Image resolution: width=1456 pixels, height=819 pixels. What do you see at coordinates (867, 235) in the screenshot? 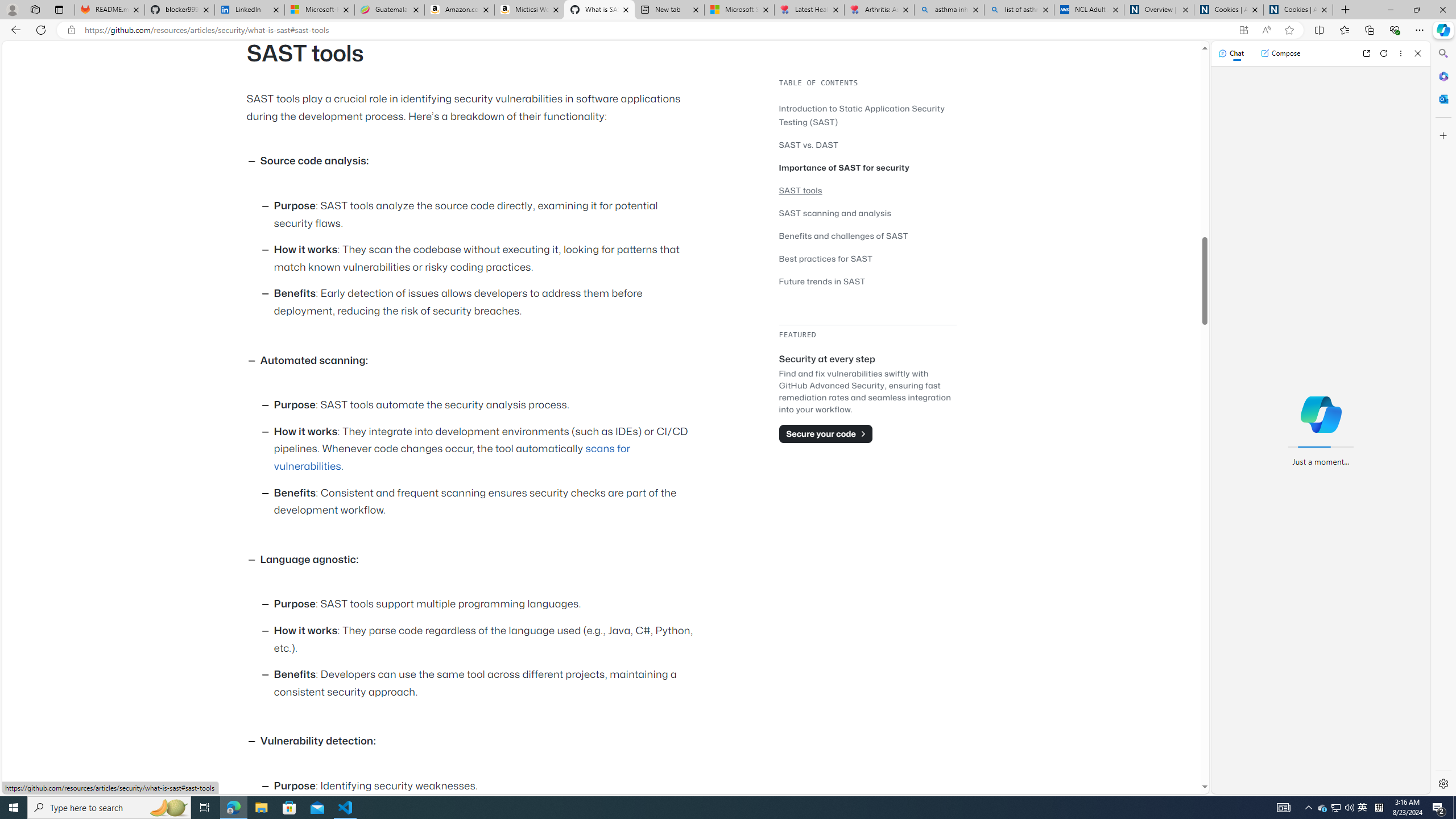
I see `'Benefits and challenges of SAST'` at bounding box center [867, 235].